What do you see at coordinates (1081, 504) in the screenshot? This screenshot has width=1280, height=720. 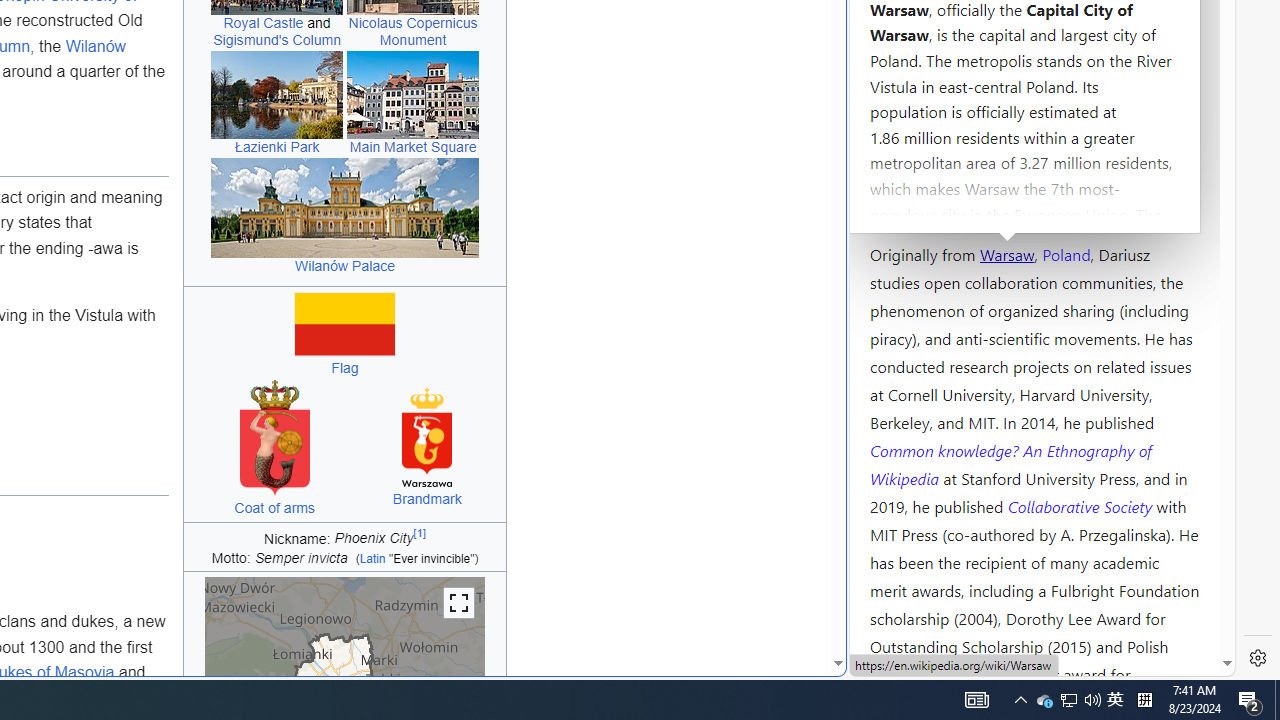 I see `'Collaborative Society '` at bounding box center [1081, 504].